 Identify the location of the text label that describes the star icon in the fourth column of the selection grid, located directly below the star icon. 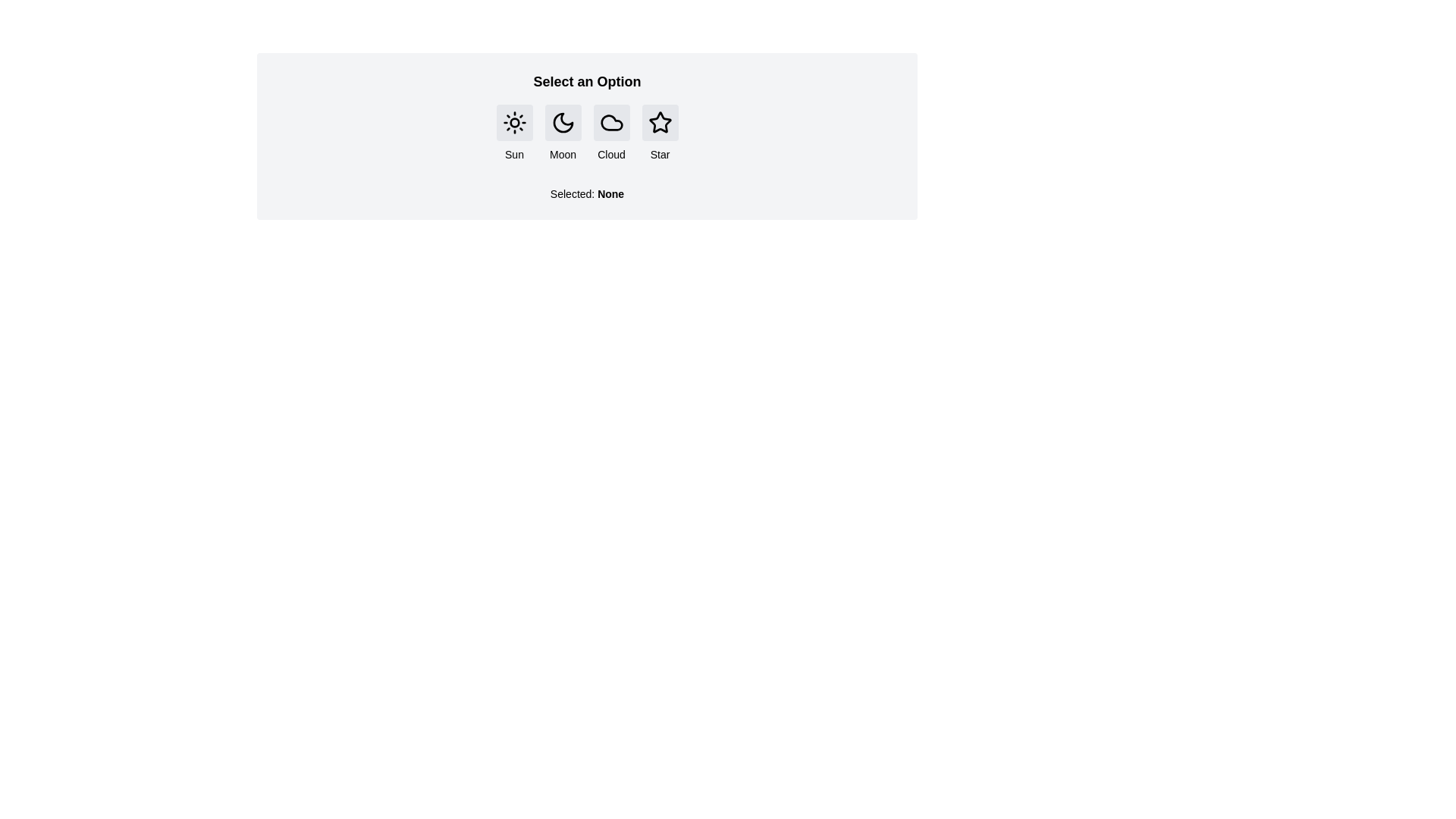
(660, 155).